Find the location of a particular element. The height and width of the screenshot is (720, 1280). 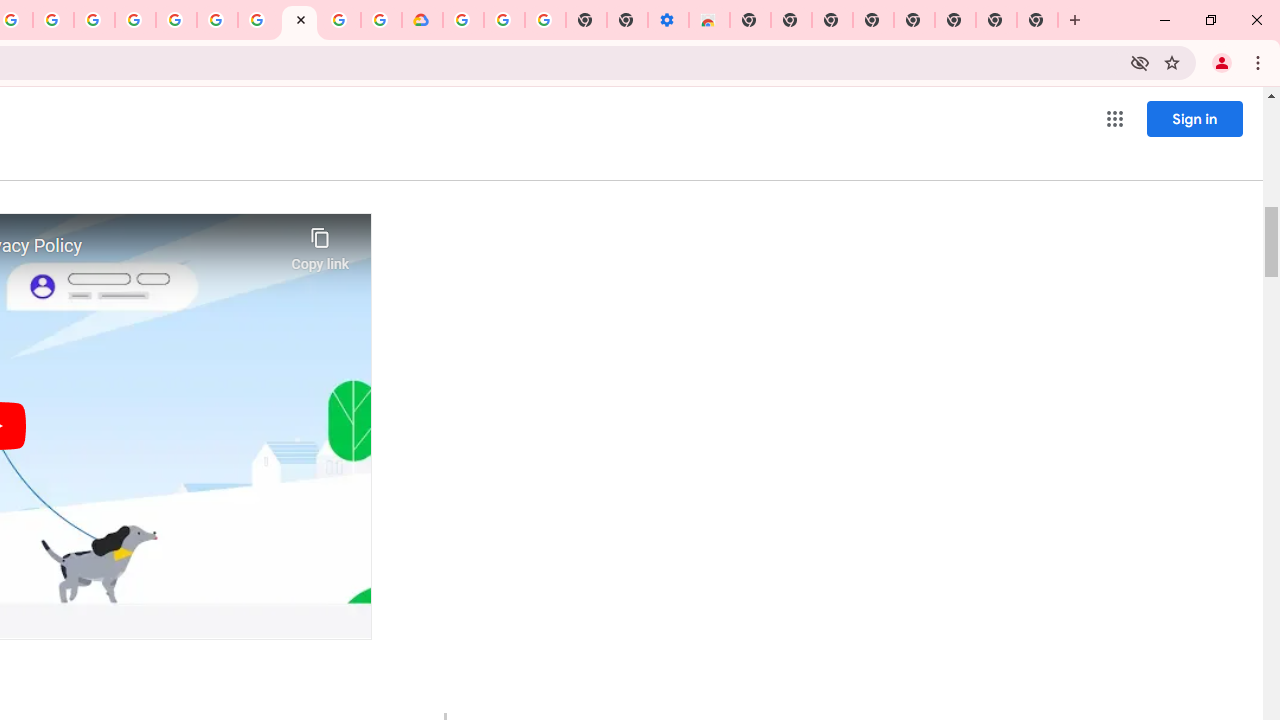

'Turn cookies on or off - Computer - Google Account Help' is located at coordinates (545, 20).